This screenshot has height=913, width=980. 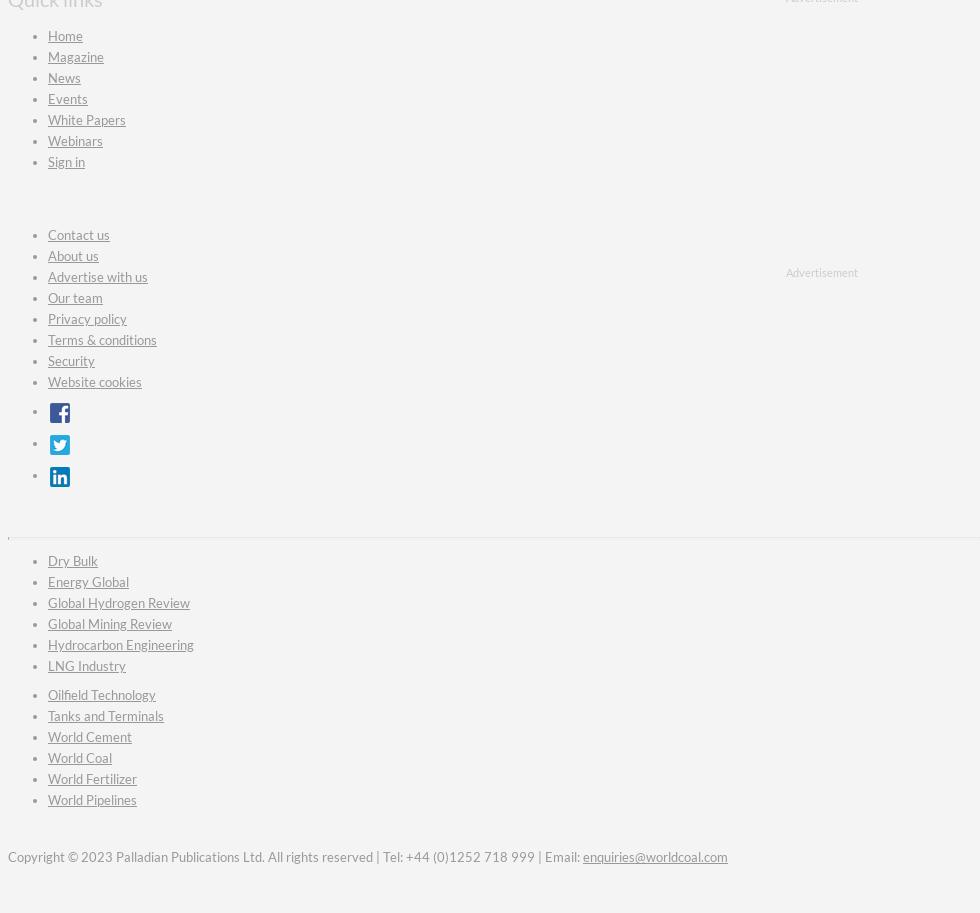 What do you see at coordinates (92, 777) in the screenshot?
I see `'World Fertilizer'` at bounding box center [92, 777].